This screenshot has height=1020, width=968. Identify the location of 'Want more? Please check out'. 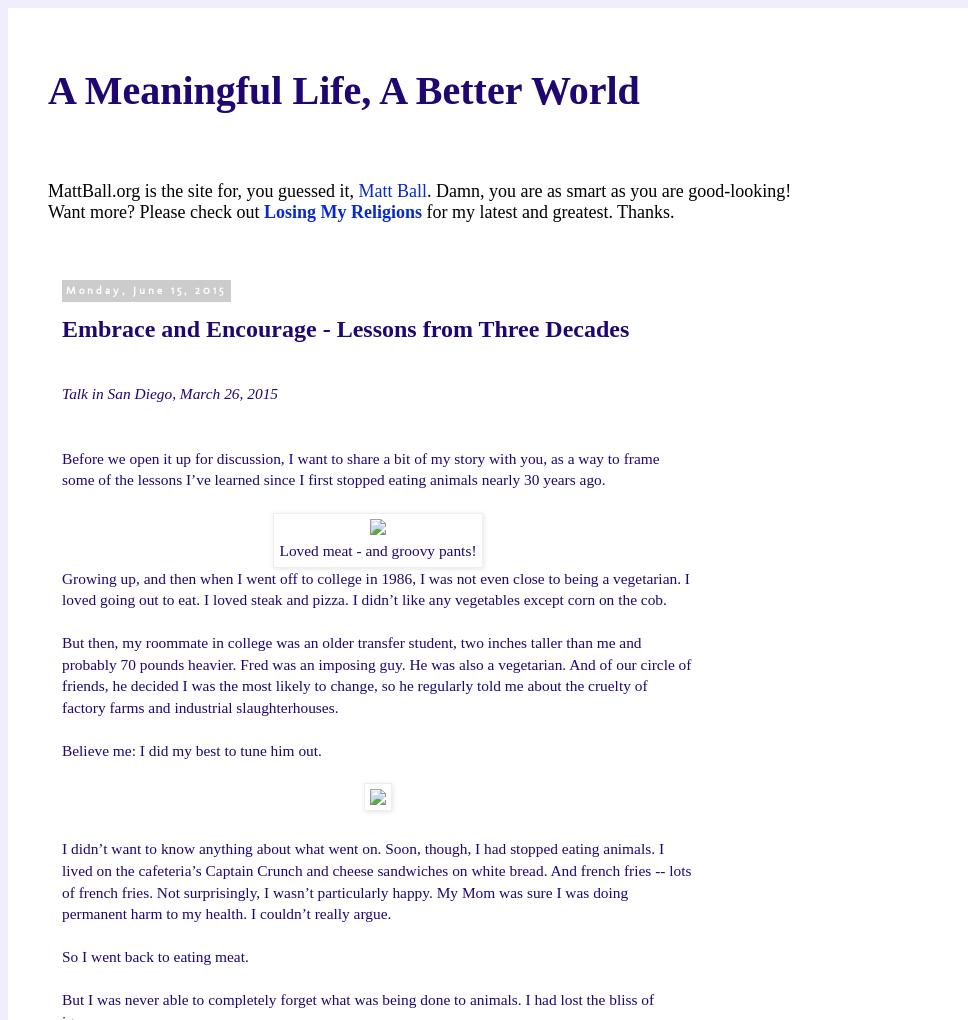
(154, 210).